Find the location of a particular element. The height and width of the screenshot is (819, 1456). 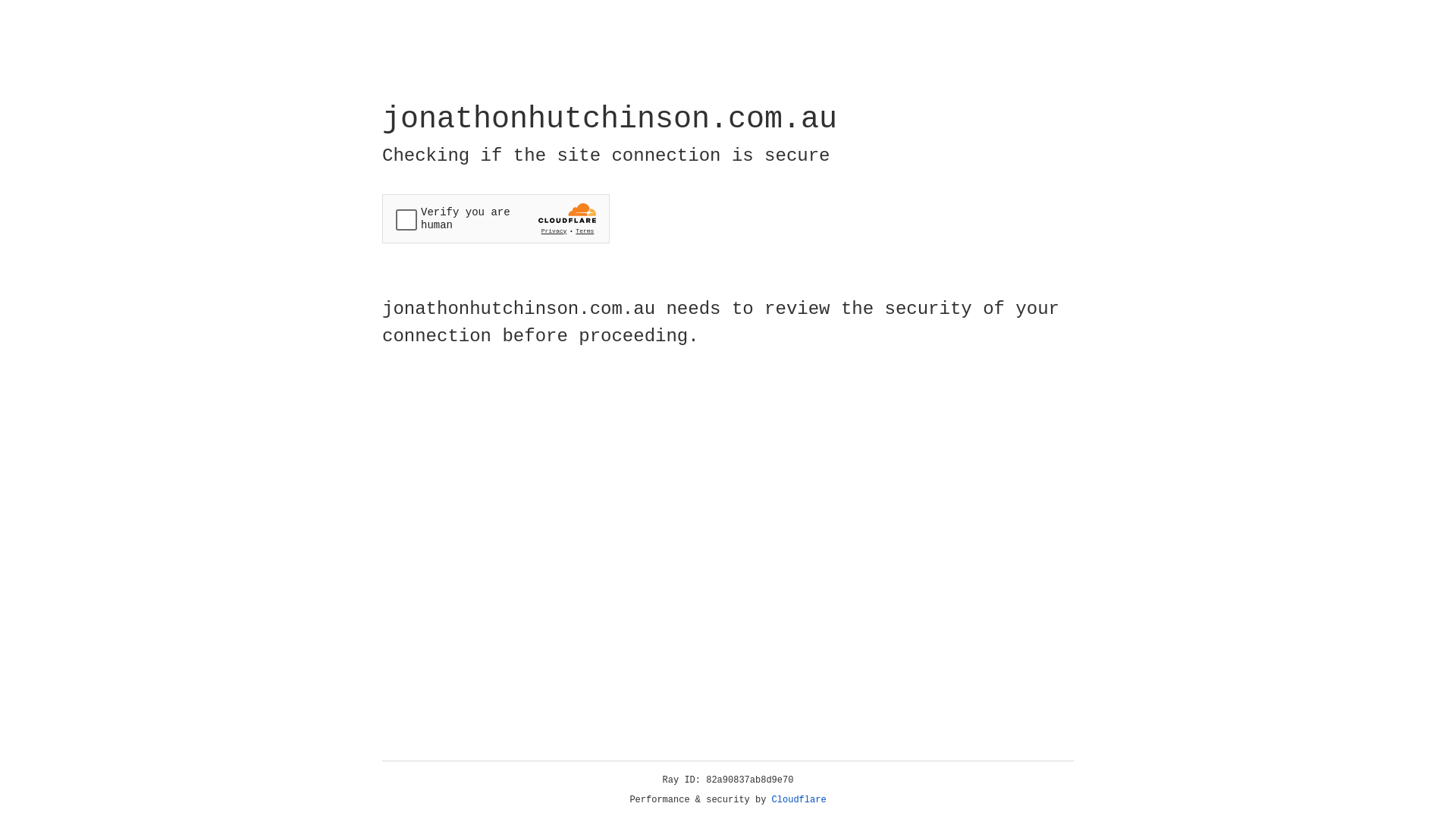

'Cloudflare' is located at coordinates (799, 799).